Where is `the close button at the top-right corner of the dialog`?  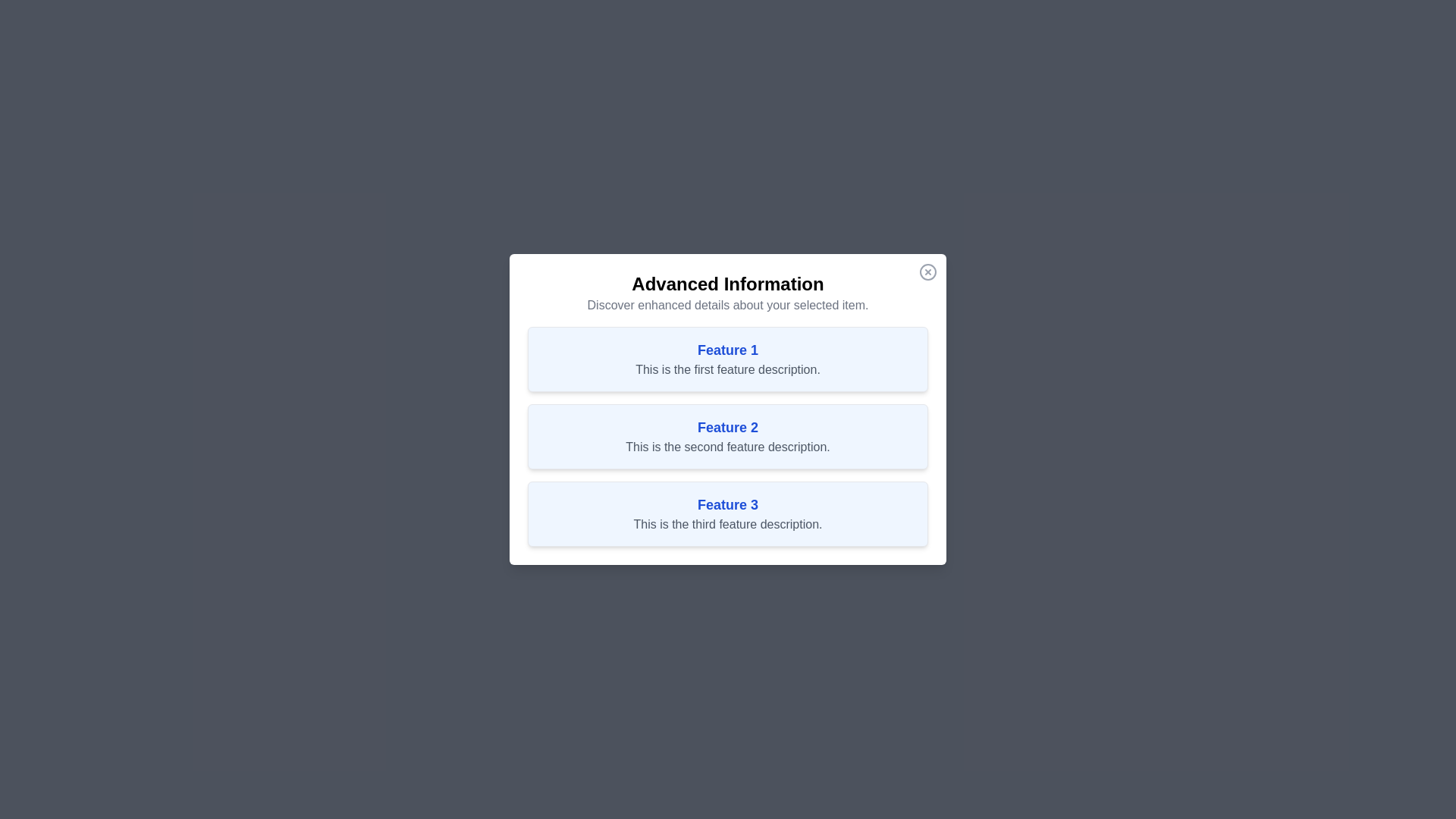 the close button at the top-right corner of the dialog is located at coordinates (927, 271).